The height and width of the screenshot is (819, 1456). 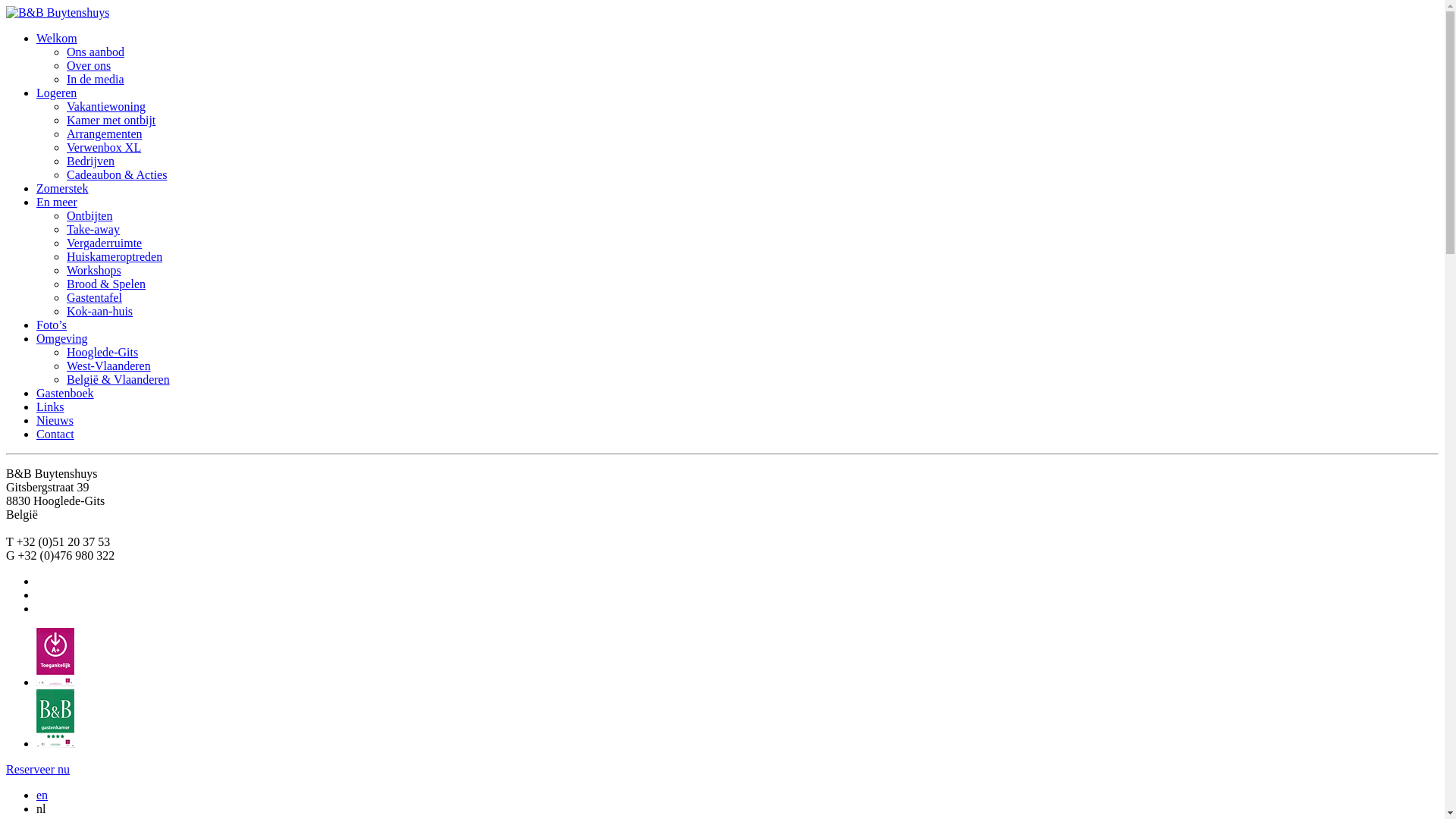 What do you see at coordinates (104, 133) in the screenshot?
I see `'Arrangementen'` at bounding box center [104, 133].